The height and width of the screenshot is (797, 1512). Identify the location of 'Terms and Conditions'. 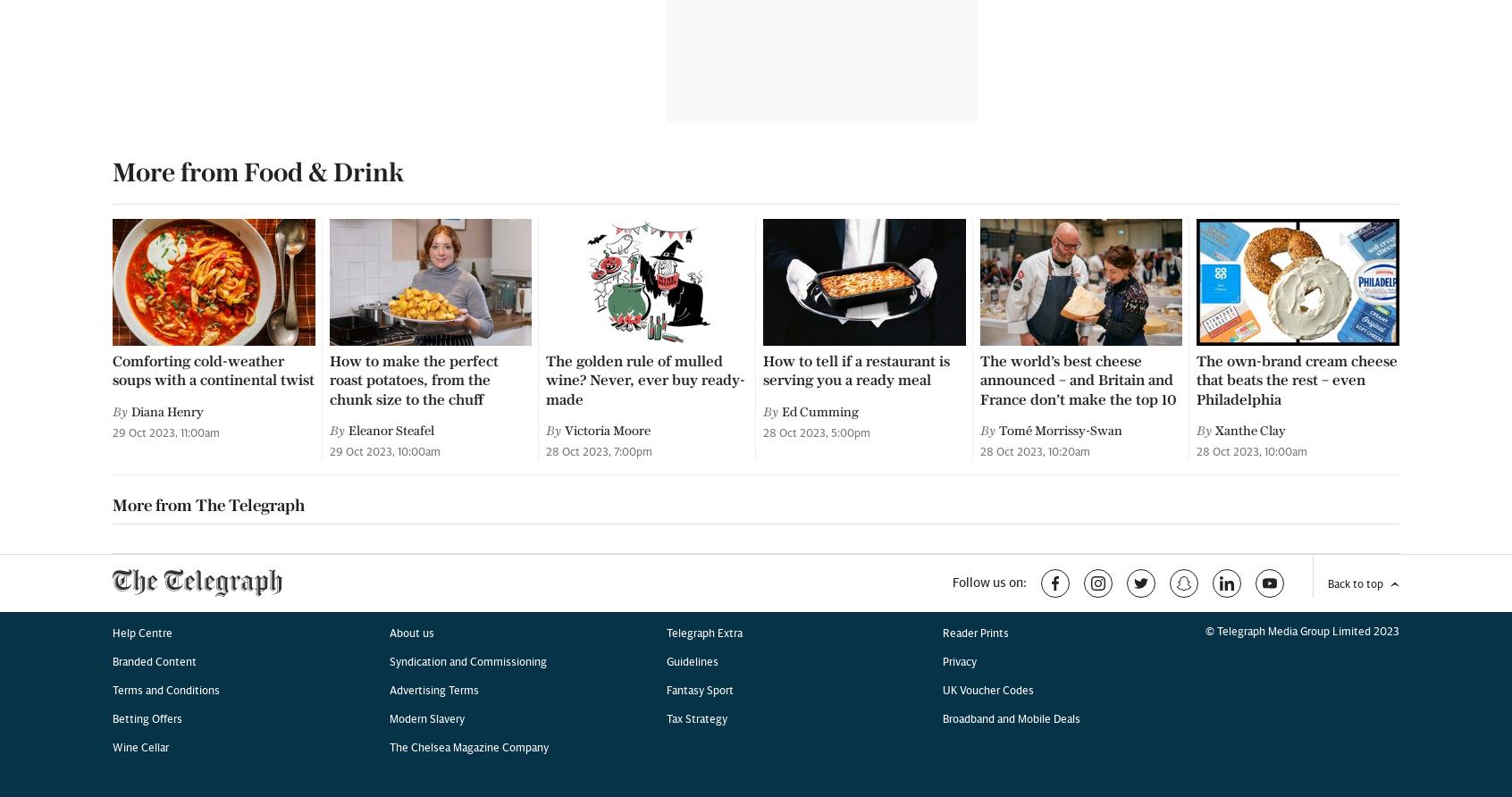
(164, 100).